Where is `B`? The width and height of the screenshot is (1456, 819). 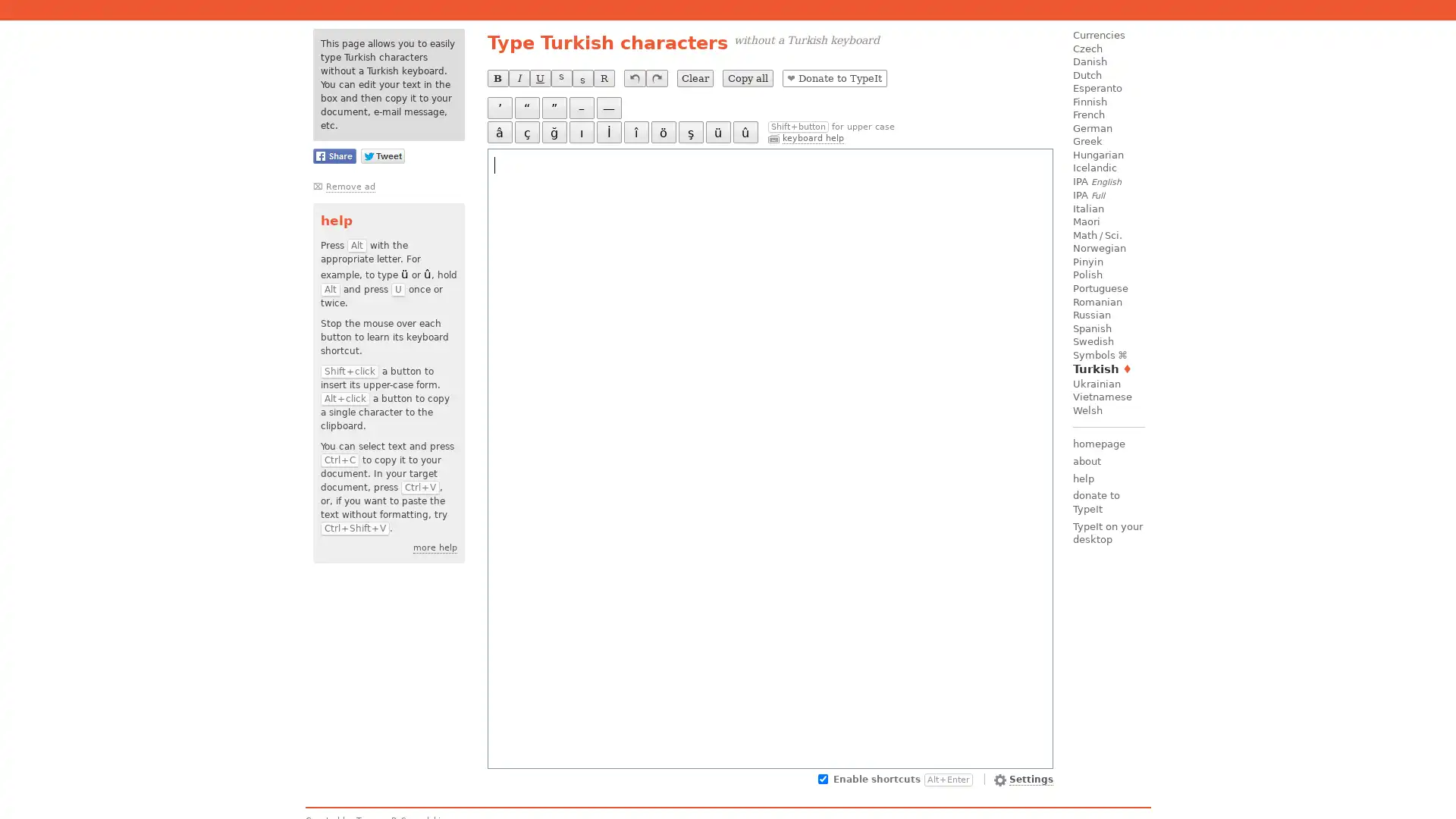 B is located at coordinates (497, 78).